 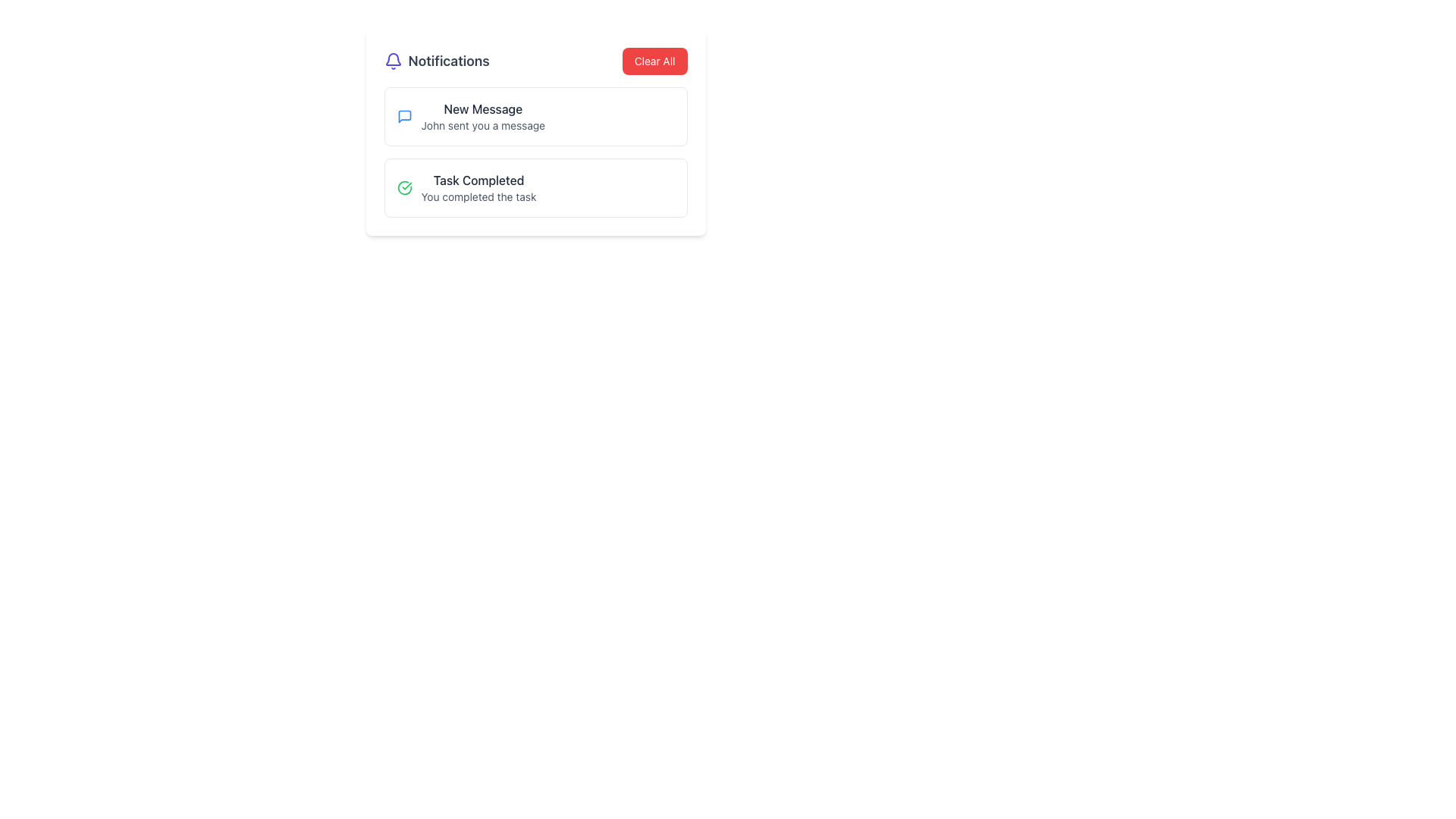 I want to click on notification titled 'New Message' which indicates that 'John sent you a message' from the first notification card in the list under the 'Notifications' section, so click(x=535, y=116).